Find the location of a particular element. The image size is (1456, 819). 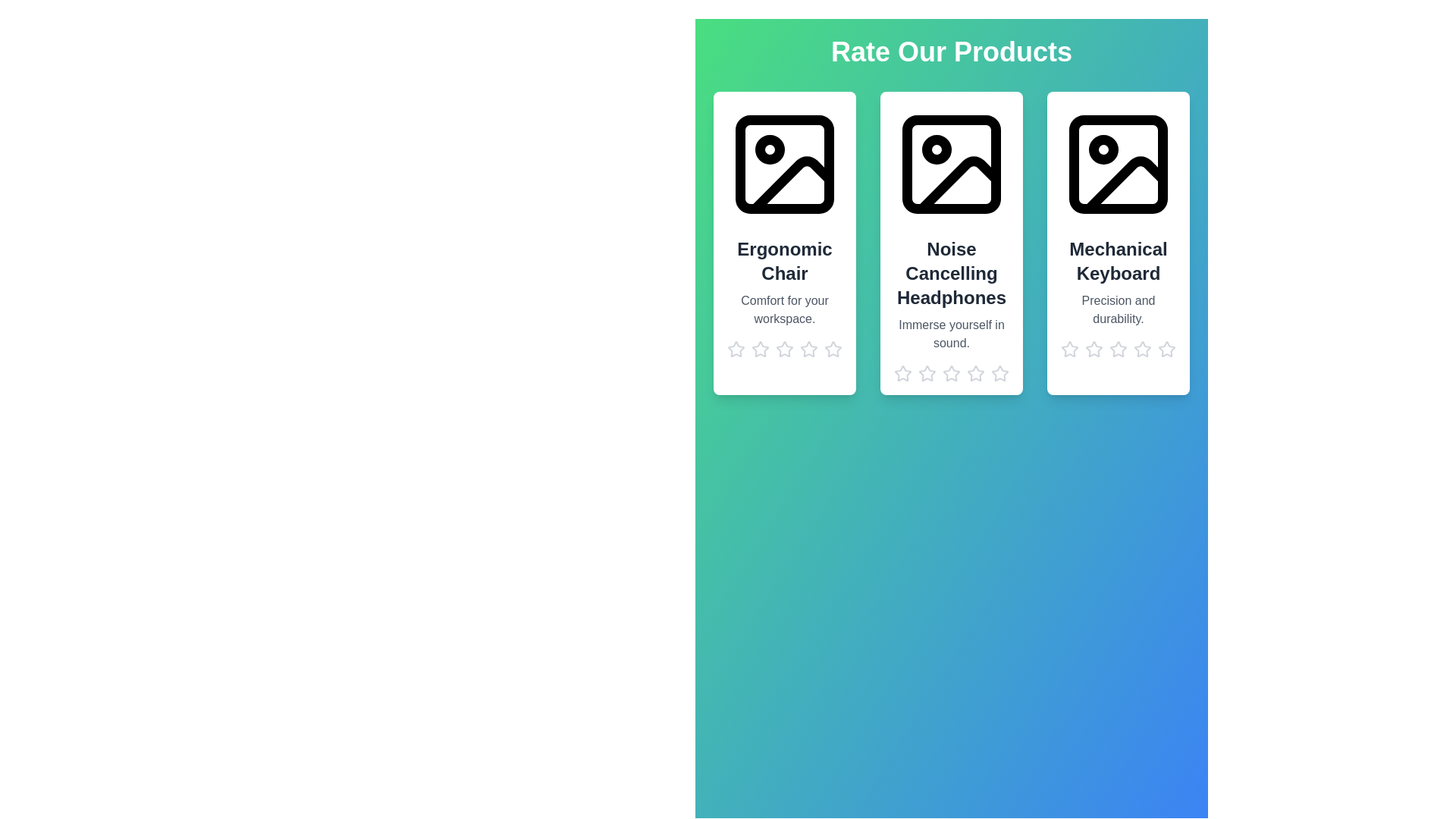

the description of the product Noise Cancelling Headphones is located at coordinates (950, 333).